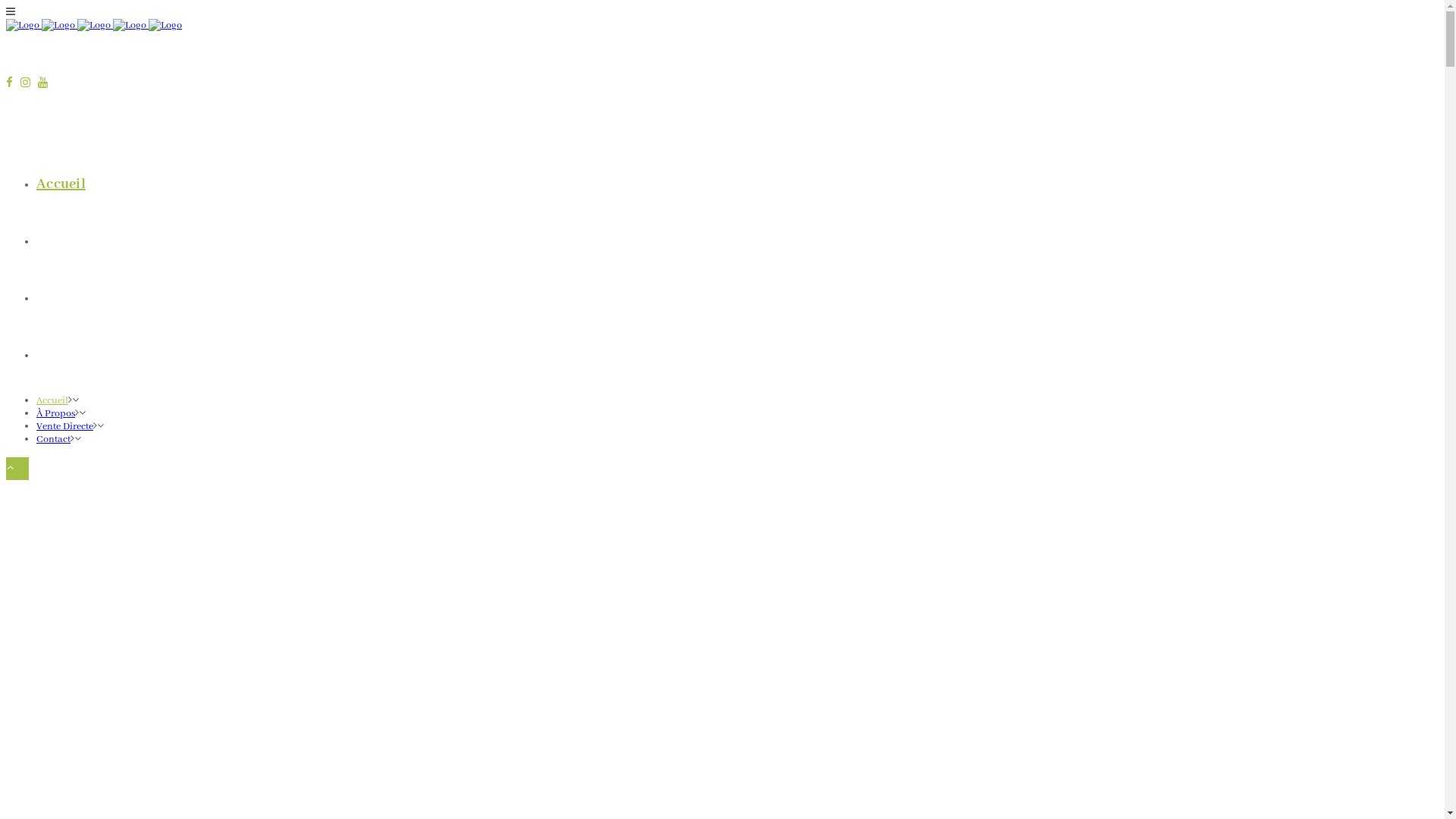 This screenshot has height=819, width=1456. Describe the element at coordinates (53, 439) in the screenshot. I see `'Contact'` at that location.